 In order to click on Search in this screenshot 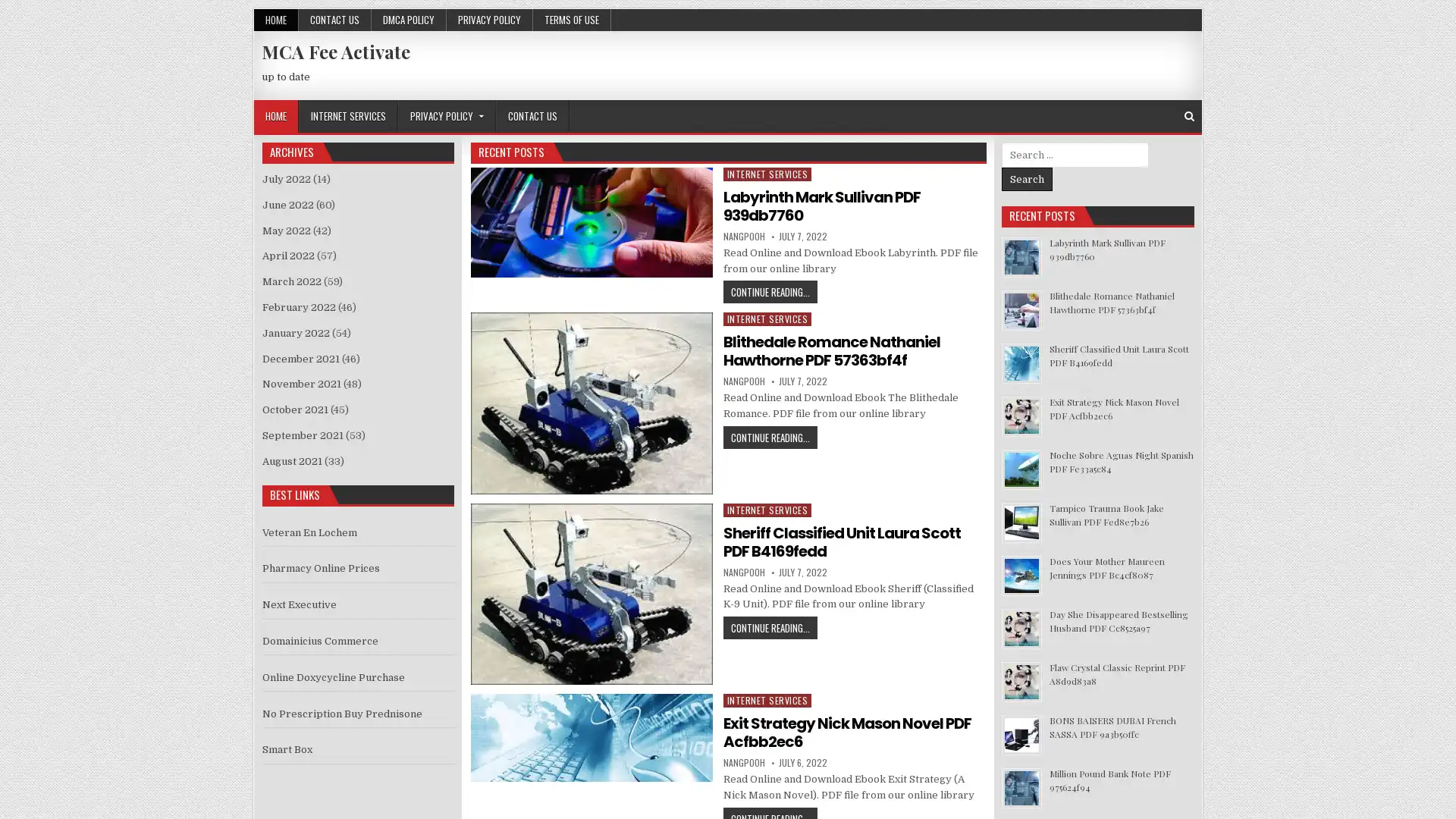, I will do `click(1027, 178)`.